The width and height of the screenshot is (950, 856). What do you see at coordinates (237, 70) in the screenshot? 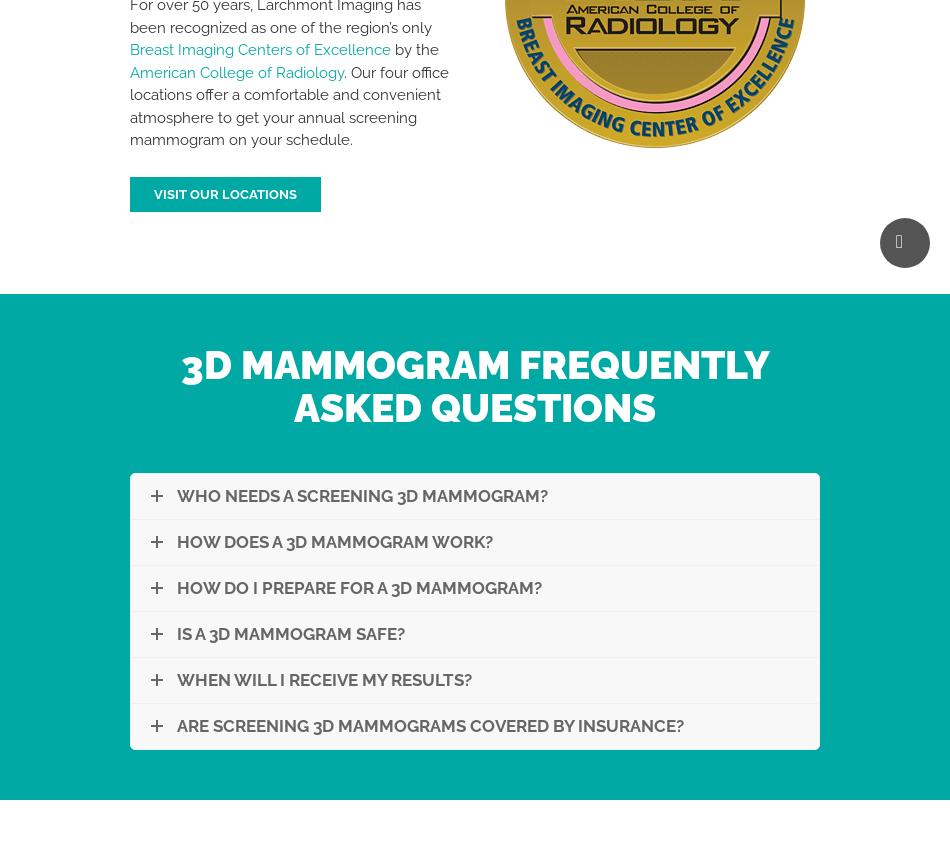
I see `'American College of Radiology'` at bounding box center [237, 70].